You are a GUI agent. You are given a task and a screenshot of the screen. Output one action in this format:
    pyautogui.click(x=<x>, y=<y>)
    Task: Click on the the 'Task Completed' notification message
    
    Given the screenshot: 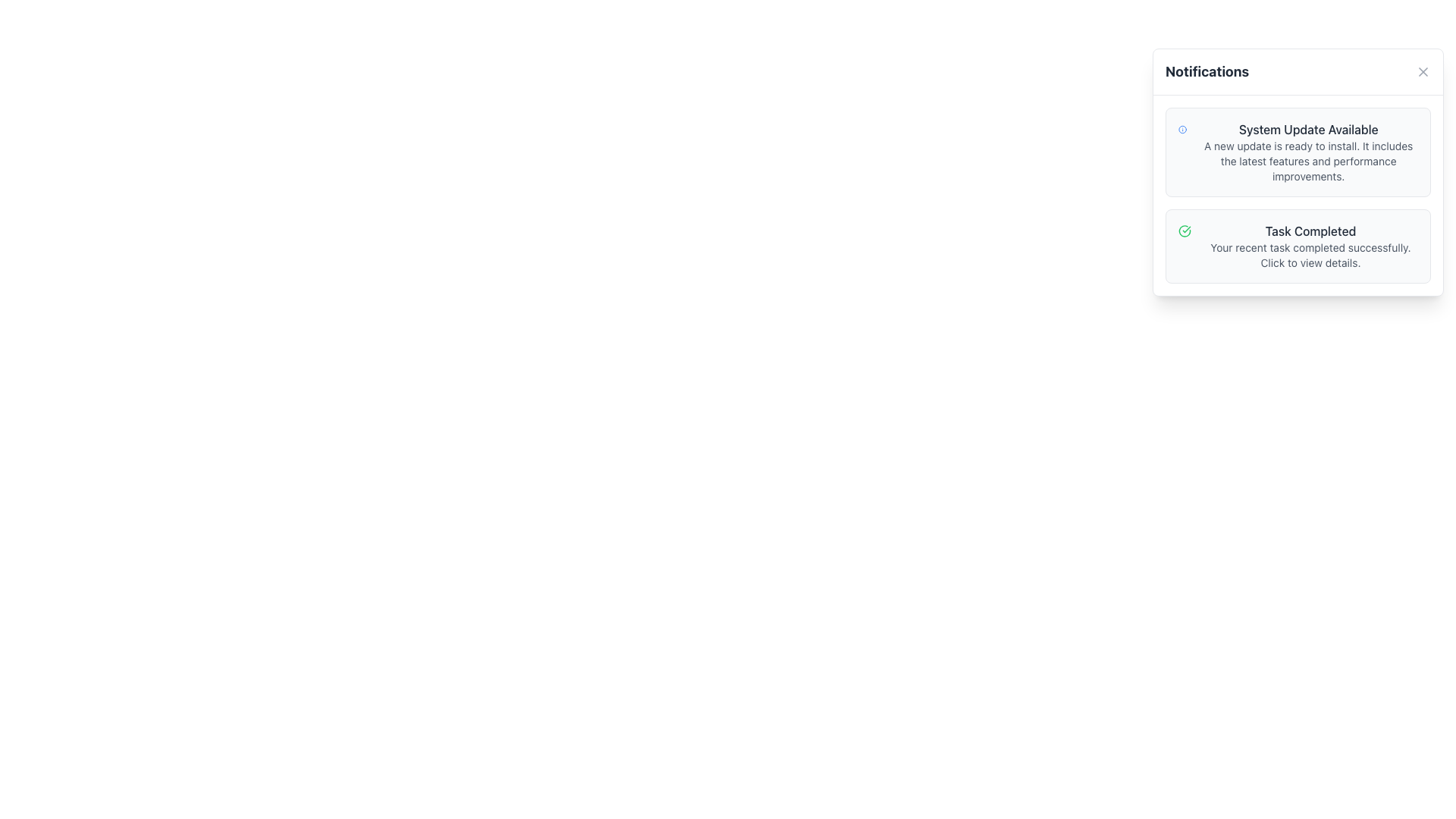 What is the action you would take?
    pyautogui.click(x=1310, y=245)
    